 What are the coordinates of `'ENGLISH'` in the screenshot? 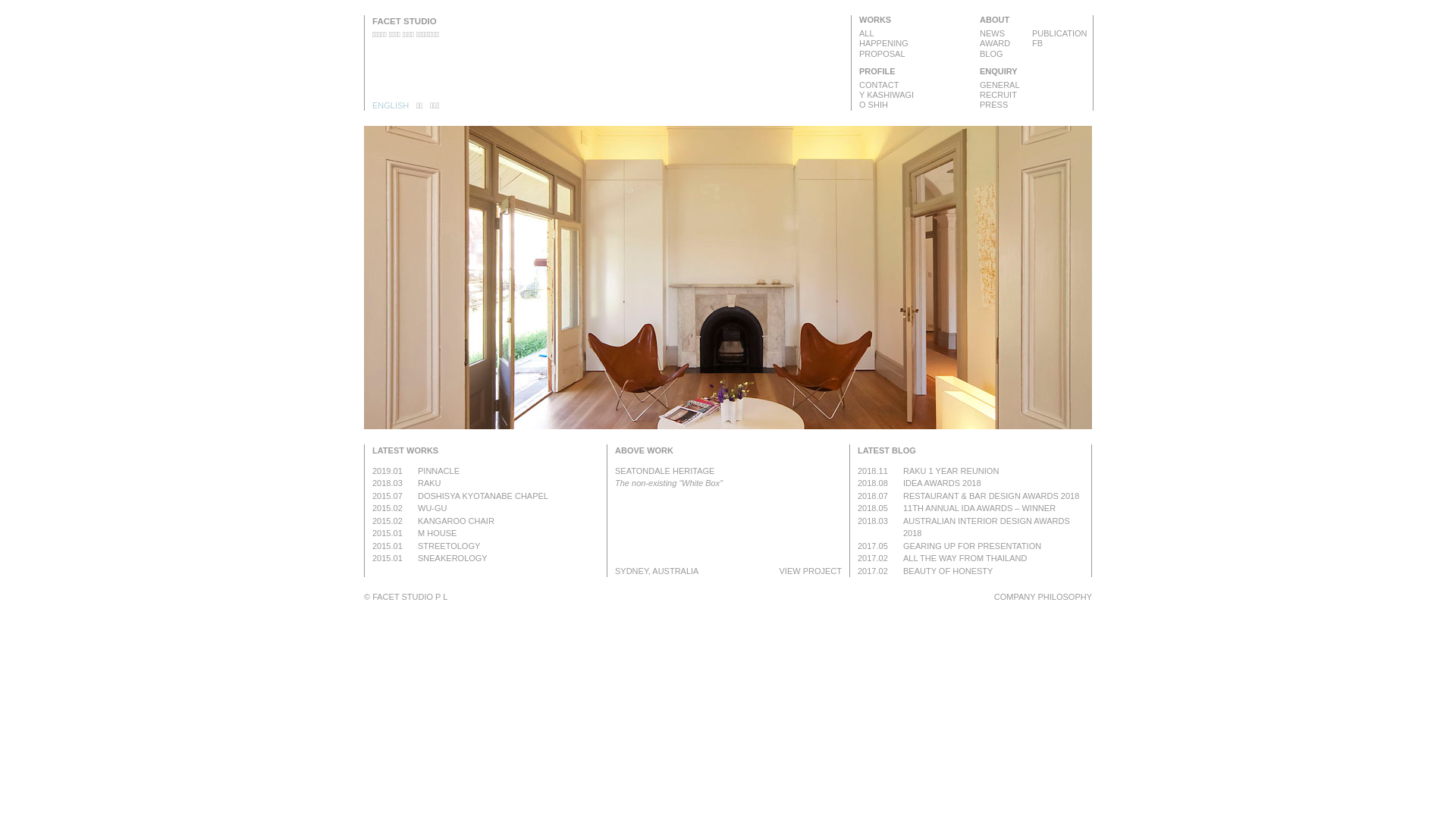 It's located at (390, 105).